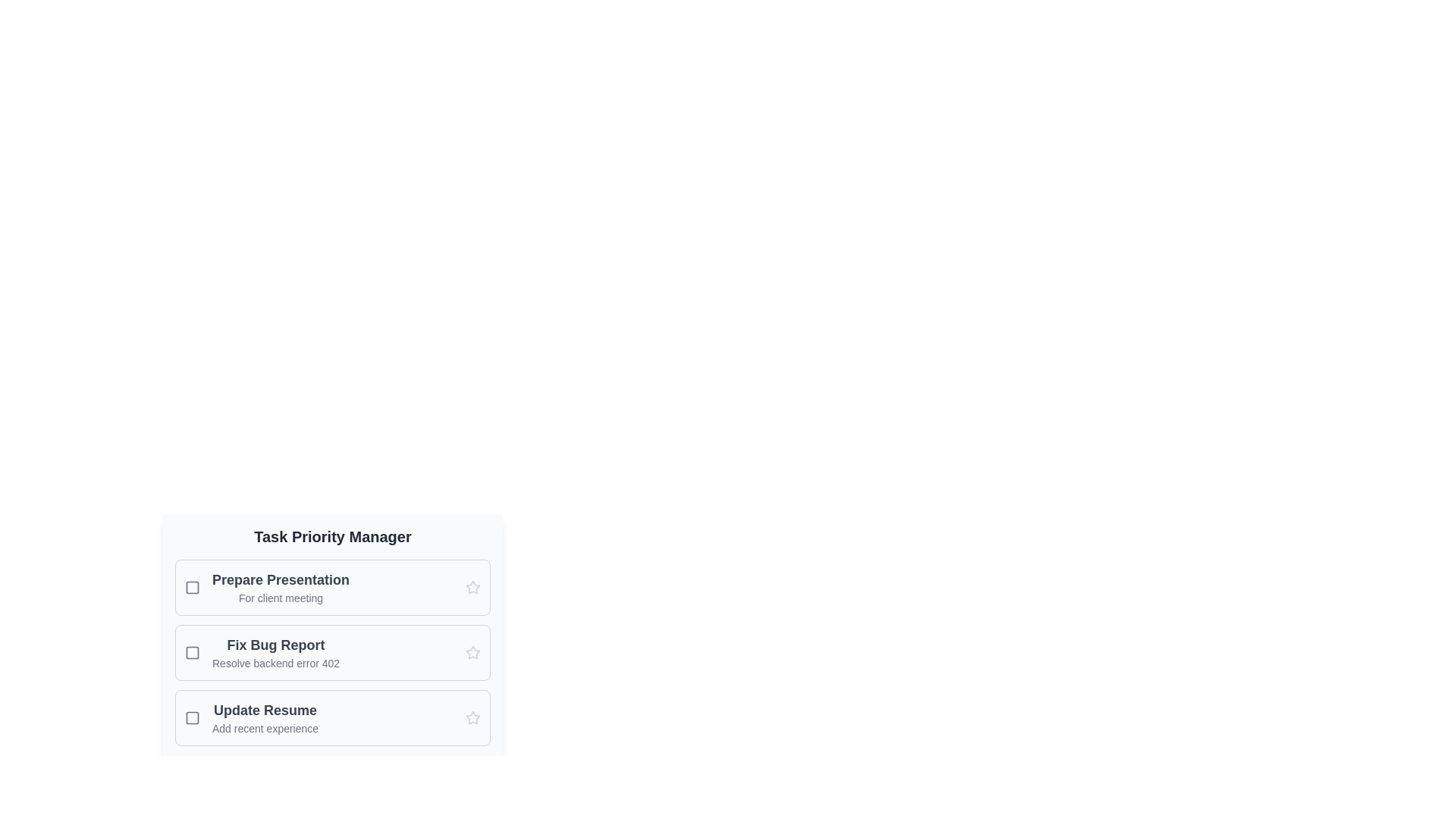 This screenshot has width=1456, height=819. I want to click on the star-shaped icon outlined with thin gray lines located at the far-right side of the task item for 'Prepare Presentation', so click(472, 587).